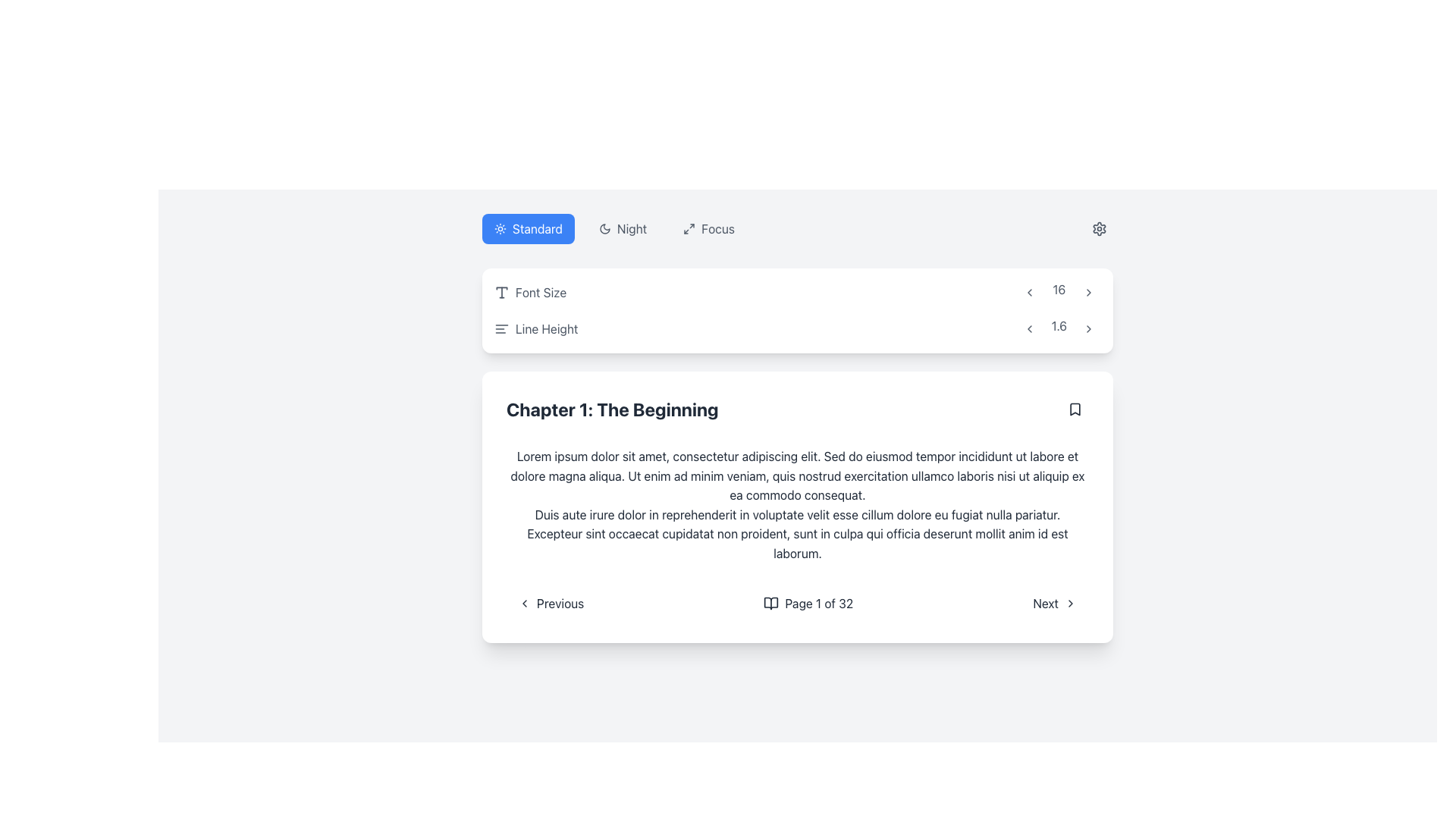 This screenshot has height=819, width=1456. What do you see at coordinates (1029, 328) in the screenshot?
I see `the Interactive Button located on the left of the numeric indicator '1.6'` at bounding box center [1029, 328].